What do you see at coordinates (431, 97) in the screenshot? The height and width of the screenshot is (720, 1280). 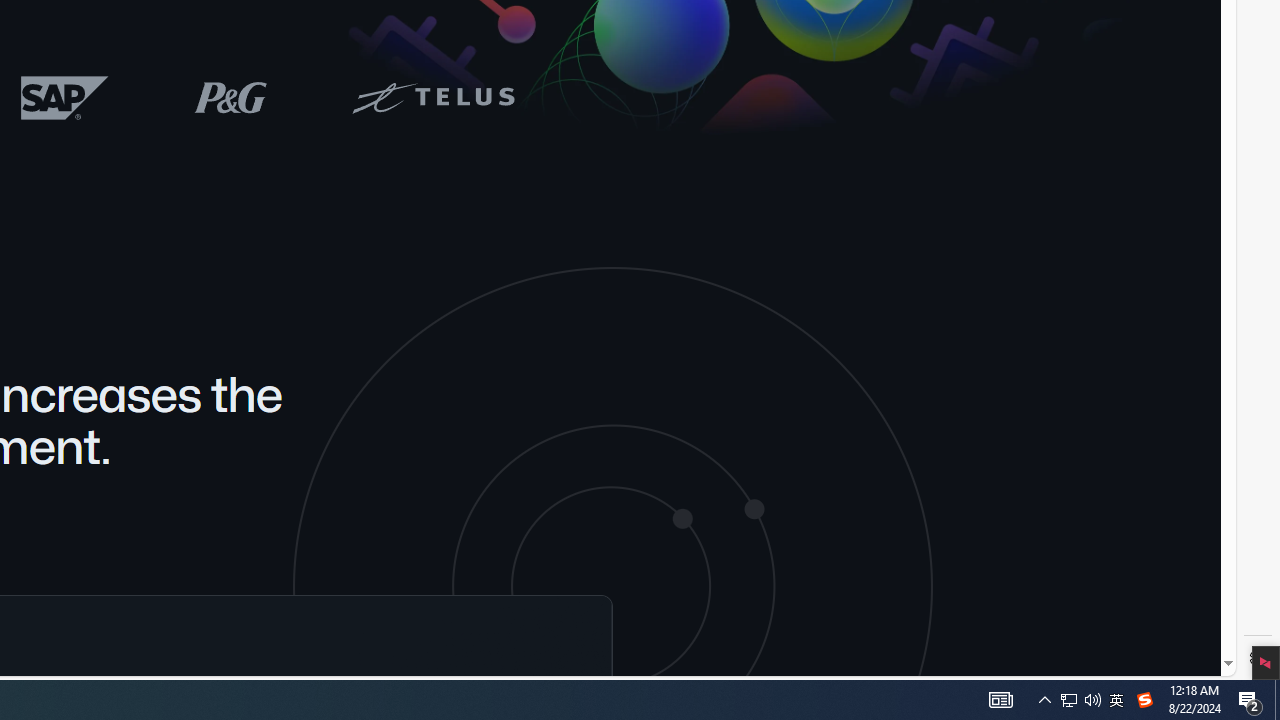 I see `'Telus logo'` at bounding box center [431, 97].